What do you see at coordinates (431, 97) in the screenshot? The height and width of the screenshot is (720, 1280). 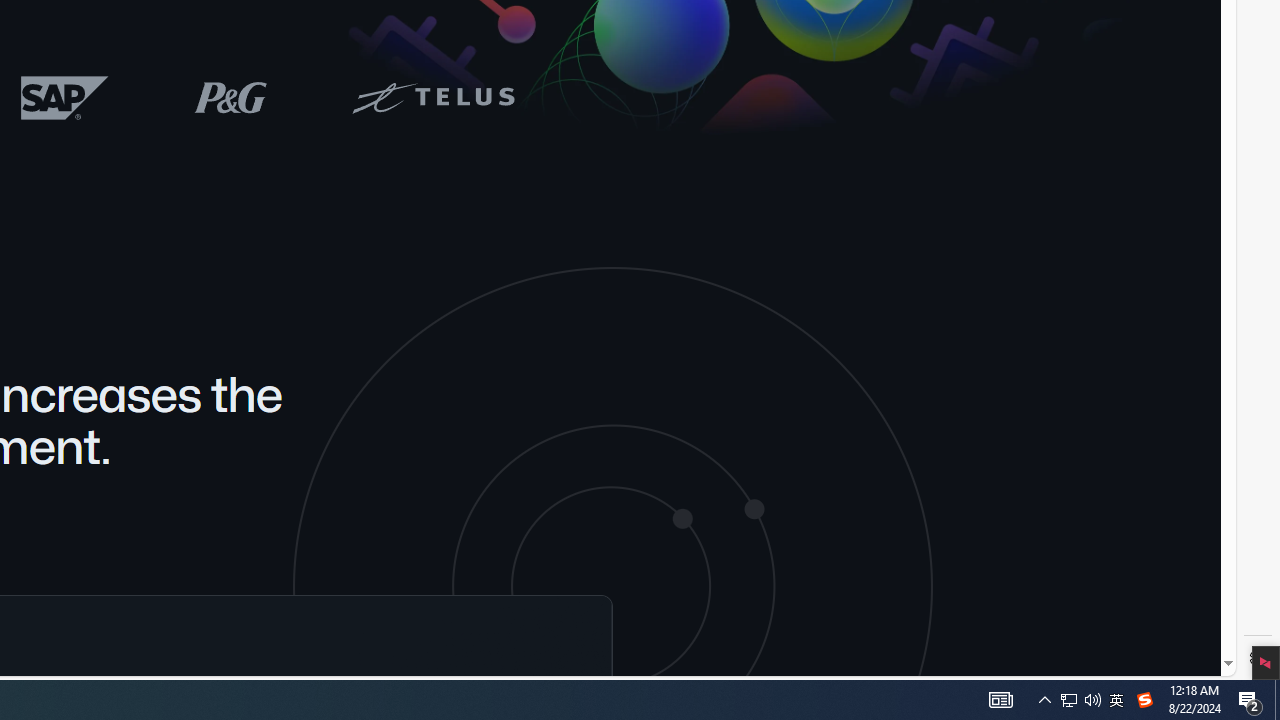 I see `'Telus logo'` at bounding box center [431, 97].